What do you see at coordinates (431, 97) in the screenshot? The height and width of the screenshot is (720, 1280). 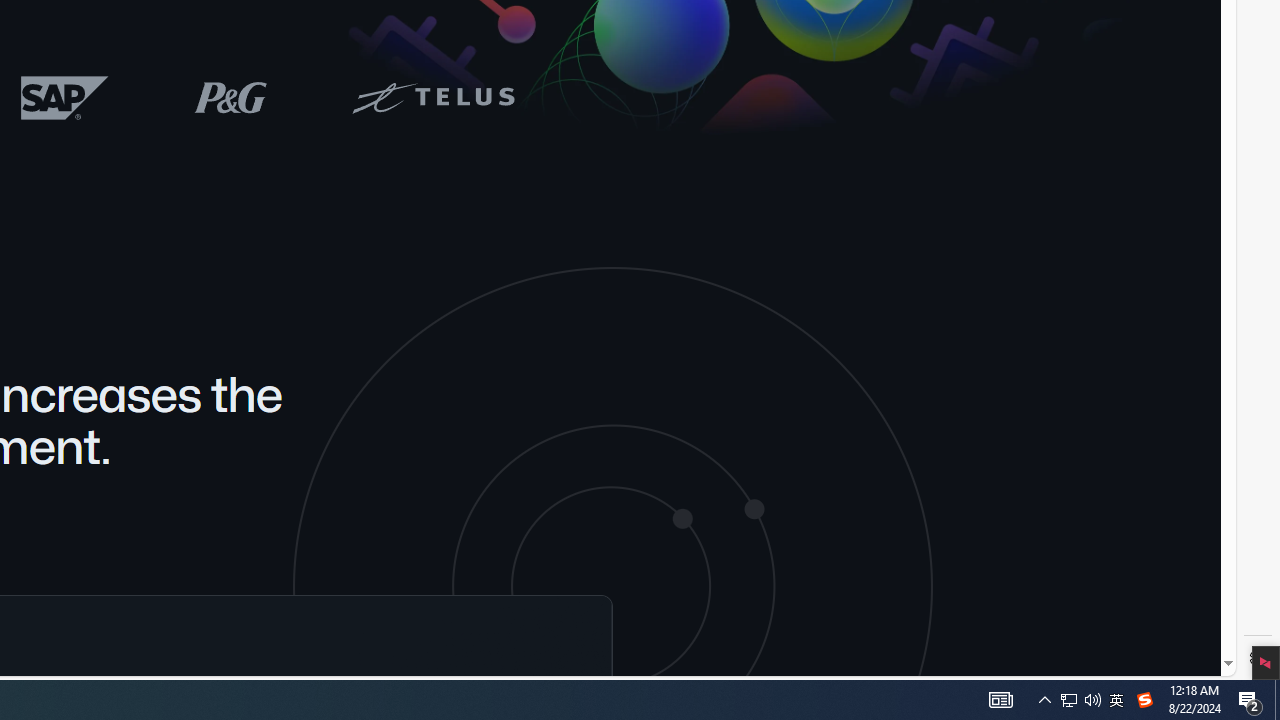 I see `'Telus logo'` at bounding box center [431, 97].